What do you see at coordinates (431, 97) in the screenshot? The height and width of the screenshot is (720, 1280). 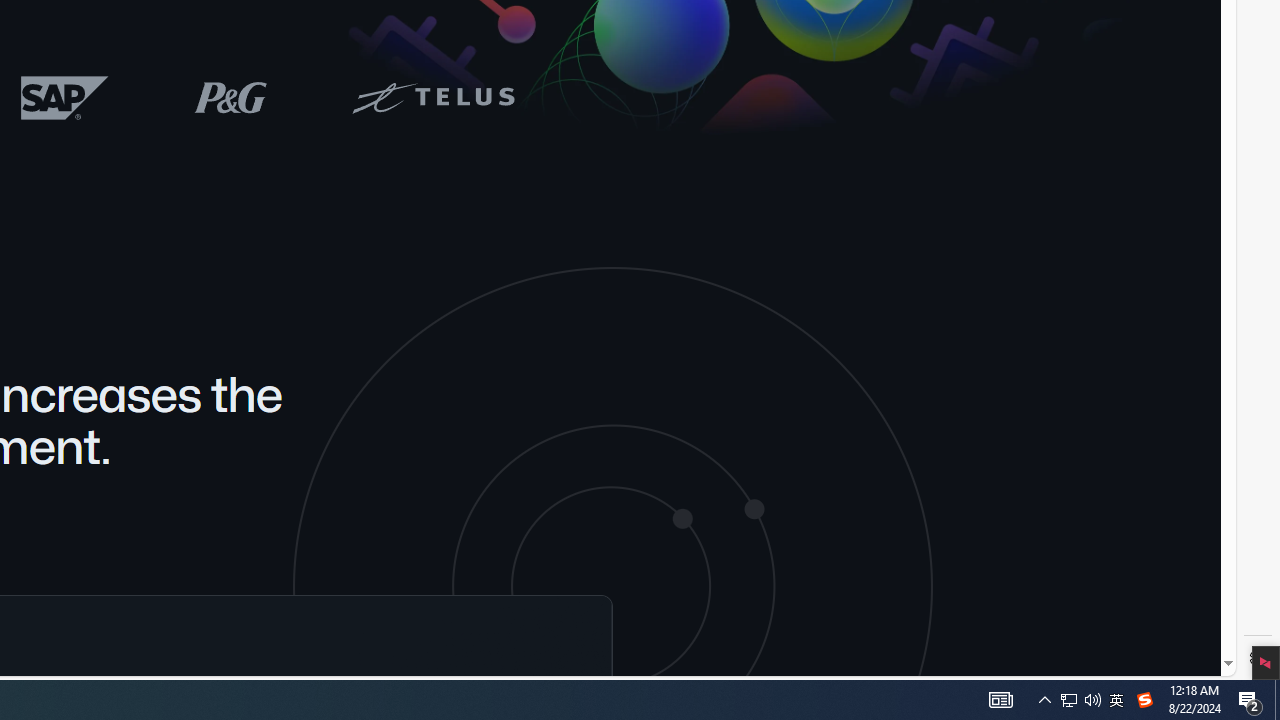 I see `'Telus logo'` at bounding box center [431, 97].